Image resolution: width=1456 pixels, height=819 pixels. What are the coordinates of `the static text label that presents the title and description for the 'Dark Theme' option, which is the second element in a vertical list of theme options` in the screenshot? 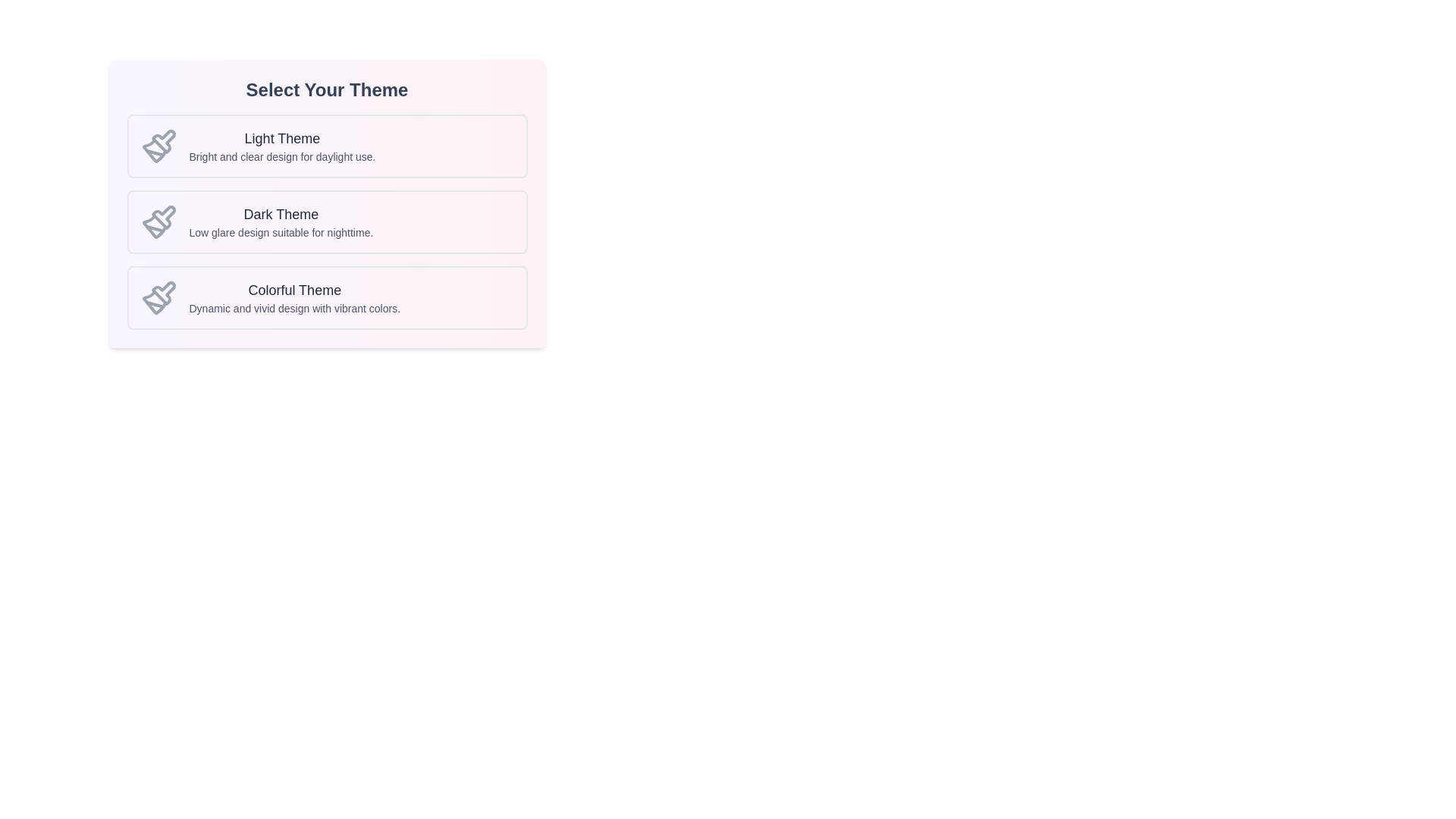 It's located at (281, 222).